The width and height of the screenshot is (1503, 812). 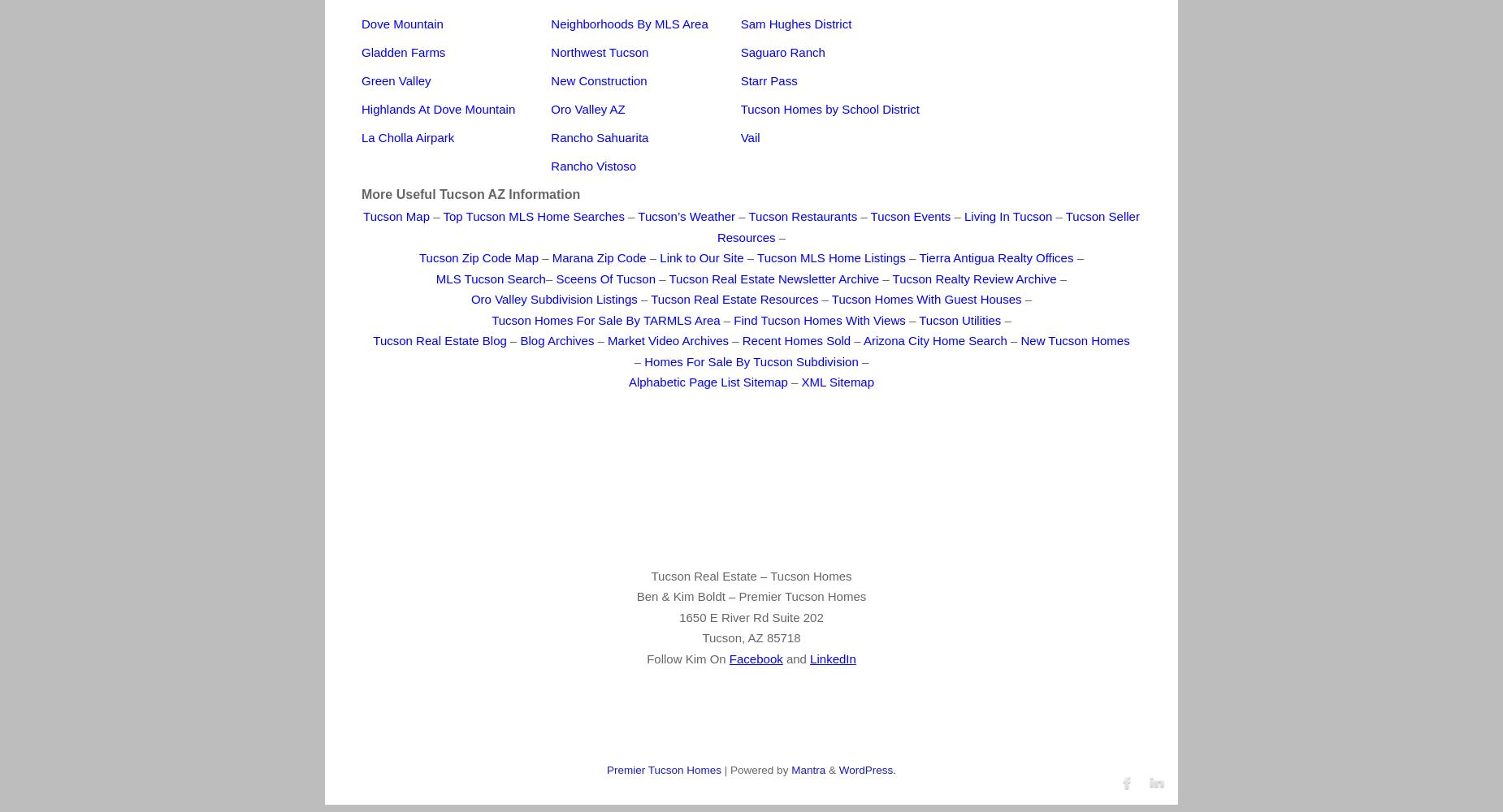 What do you see at coordinates (837, 381) in the screenshot?
I see `'XML Sitemap'` at bounding box center [837, 381].